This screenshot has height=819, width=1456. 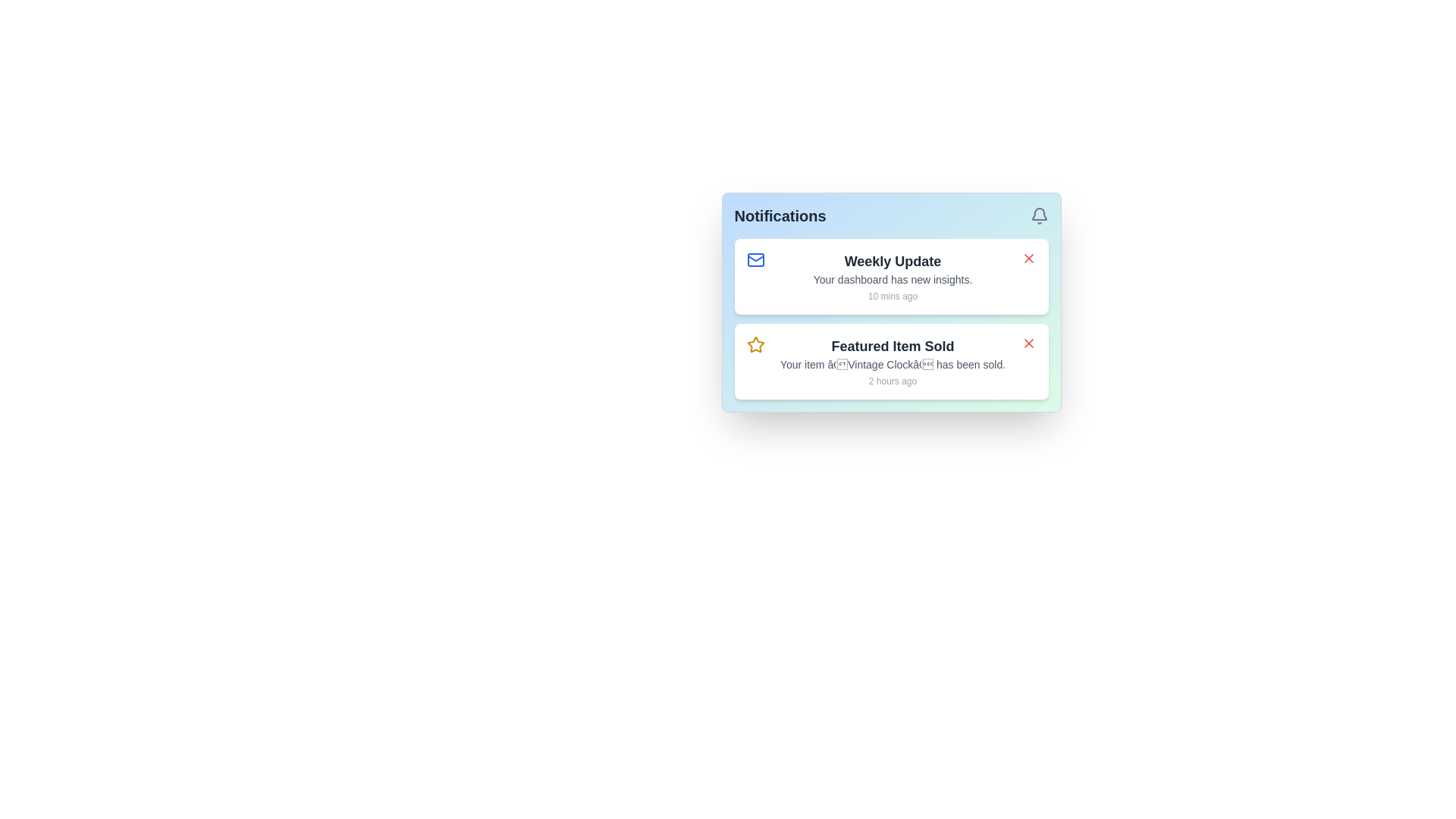 What do you see at coordinates (1028, 343) in the screenshot?
I see `the red 'X' button located in the top-right corner of the notification card titled 'Featured Item Sold'` at bounding box center [1028, 343].